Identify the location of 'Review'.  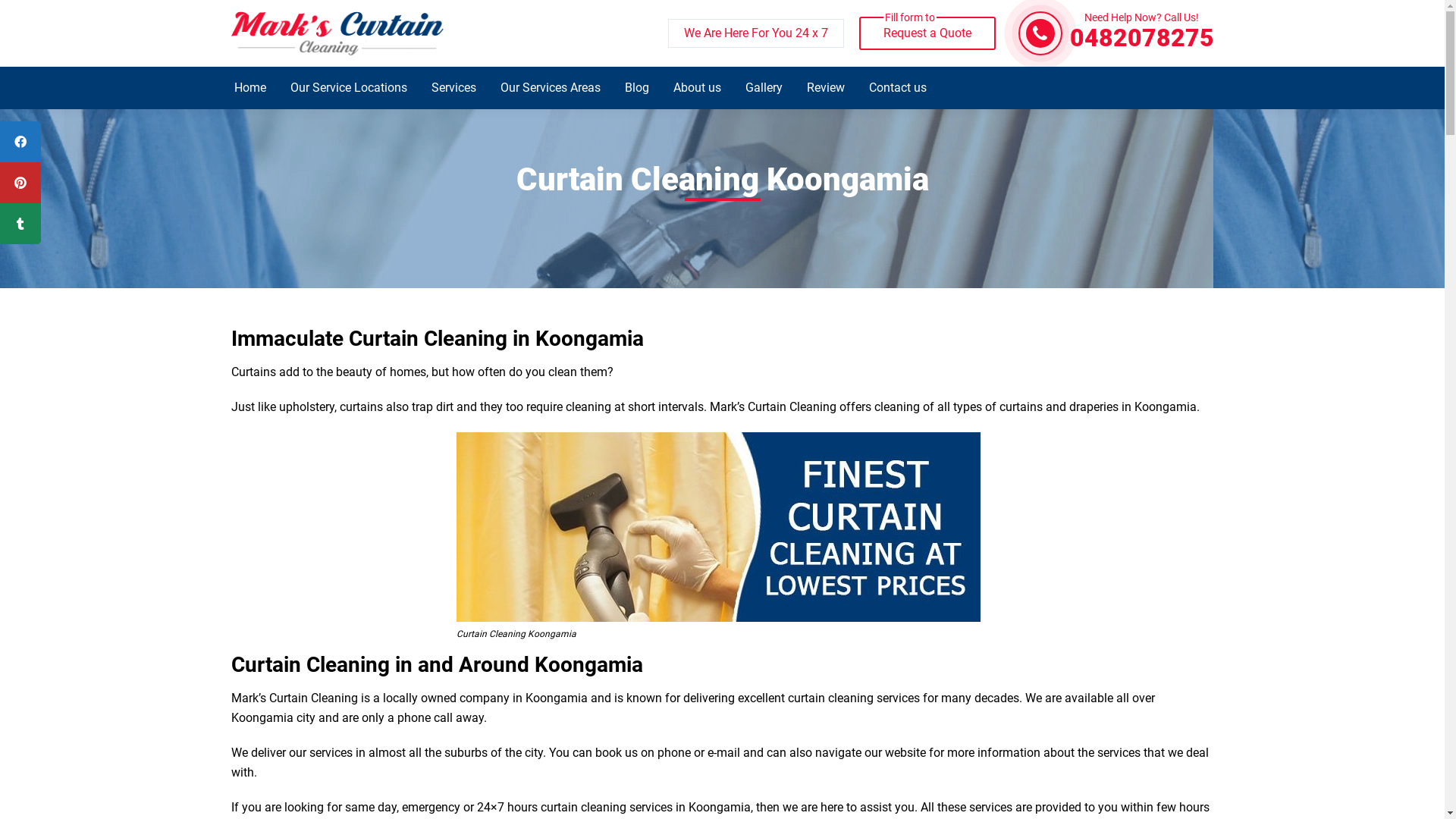
(824, 87).